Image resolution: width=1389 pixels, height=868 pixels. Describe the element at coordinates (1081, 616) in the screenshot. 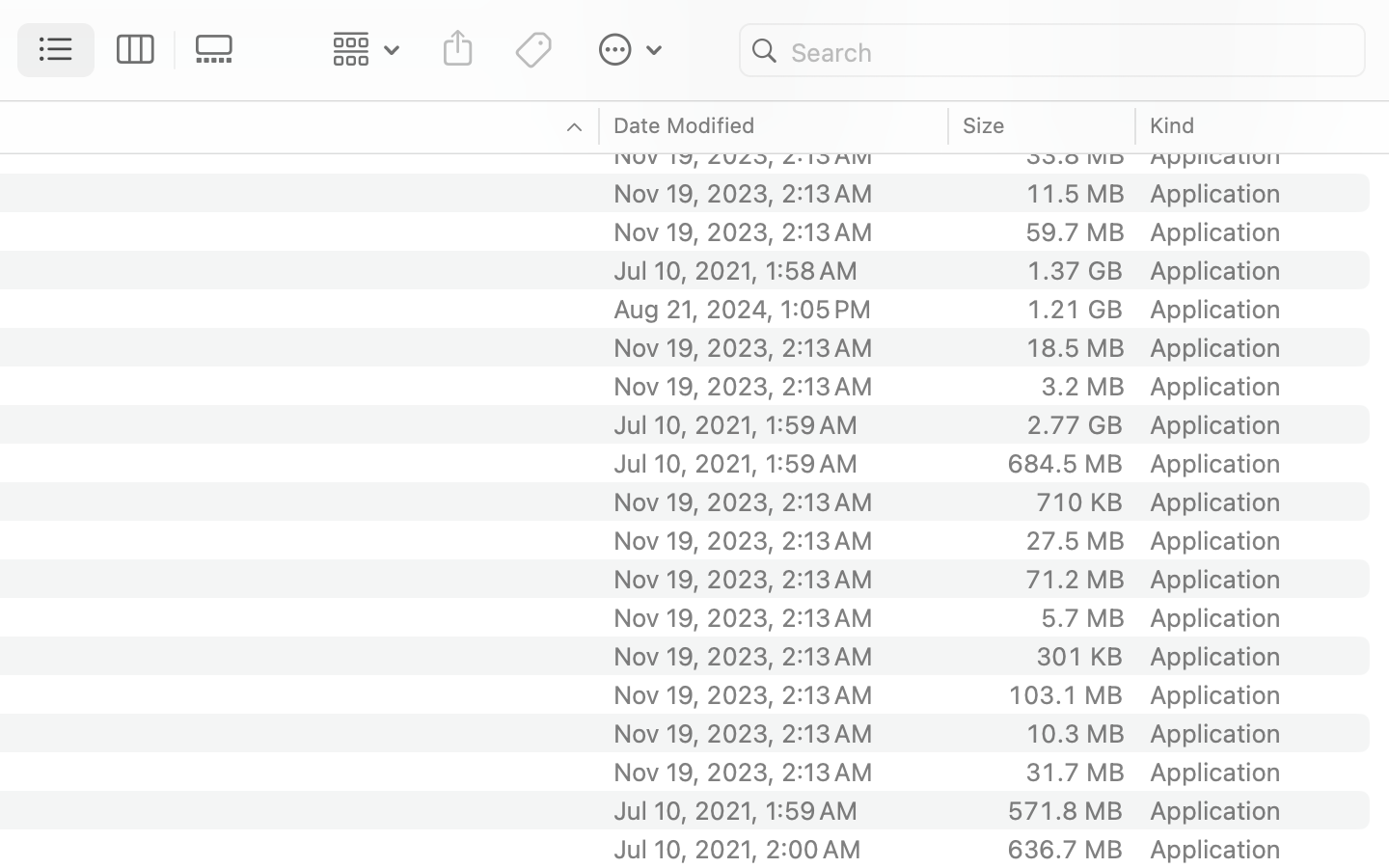

I see `'5.7 MB'` at that location.